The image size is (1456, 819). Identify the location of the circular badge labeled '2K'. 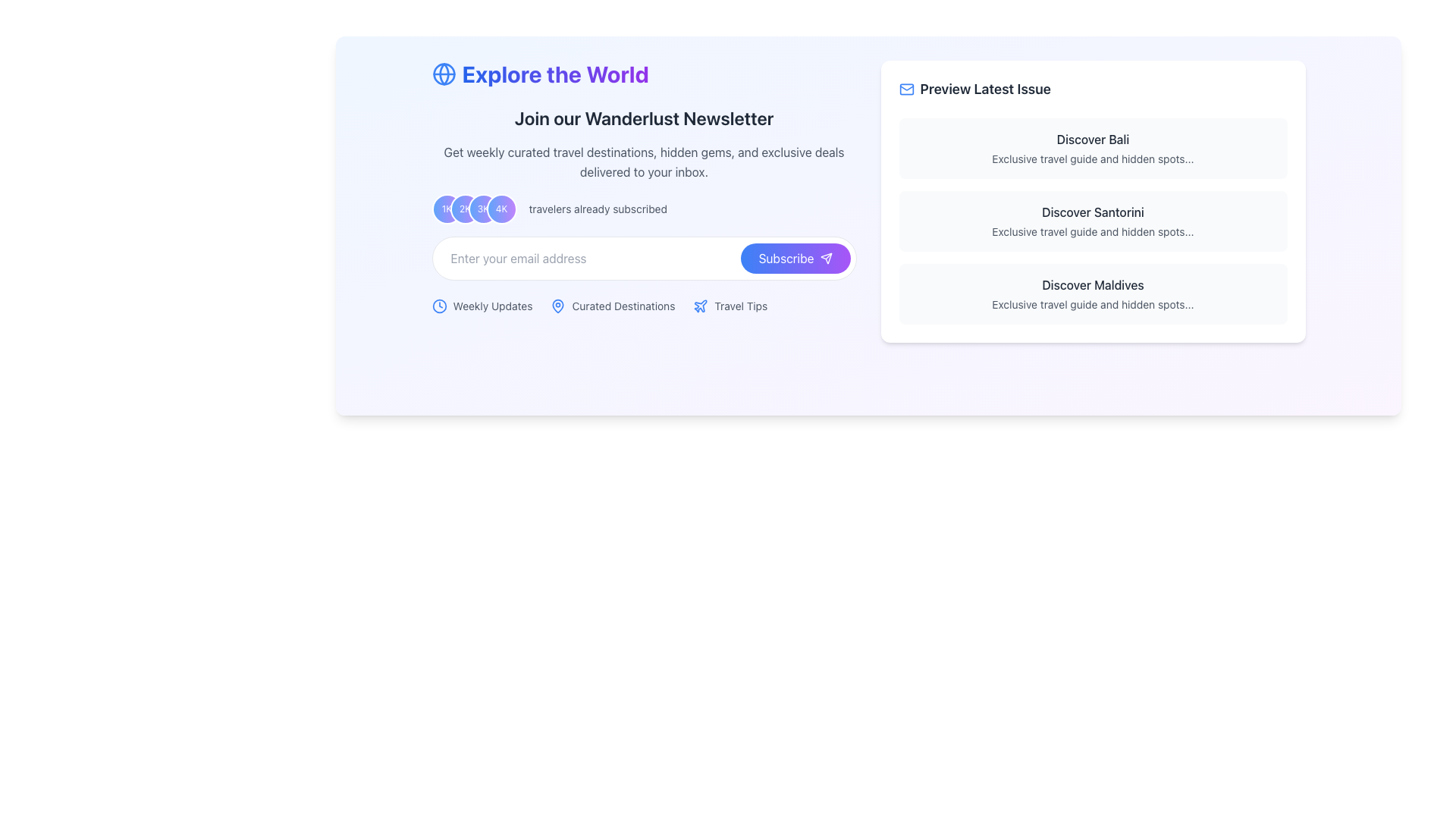
(464, 209).